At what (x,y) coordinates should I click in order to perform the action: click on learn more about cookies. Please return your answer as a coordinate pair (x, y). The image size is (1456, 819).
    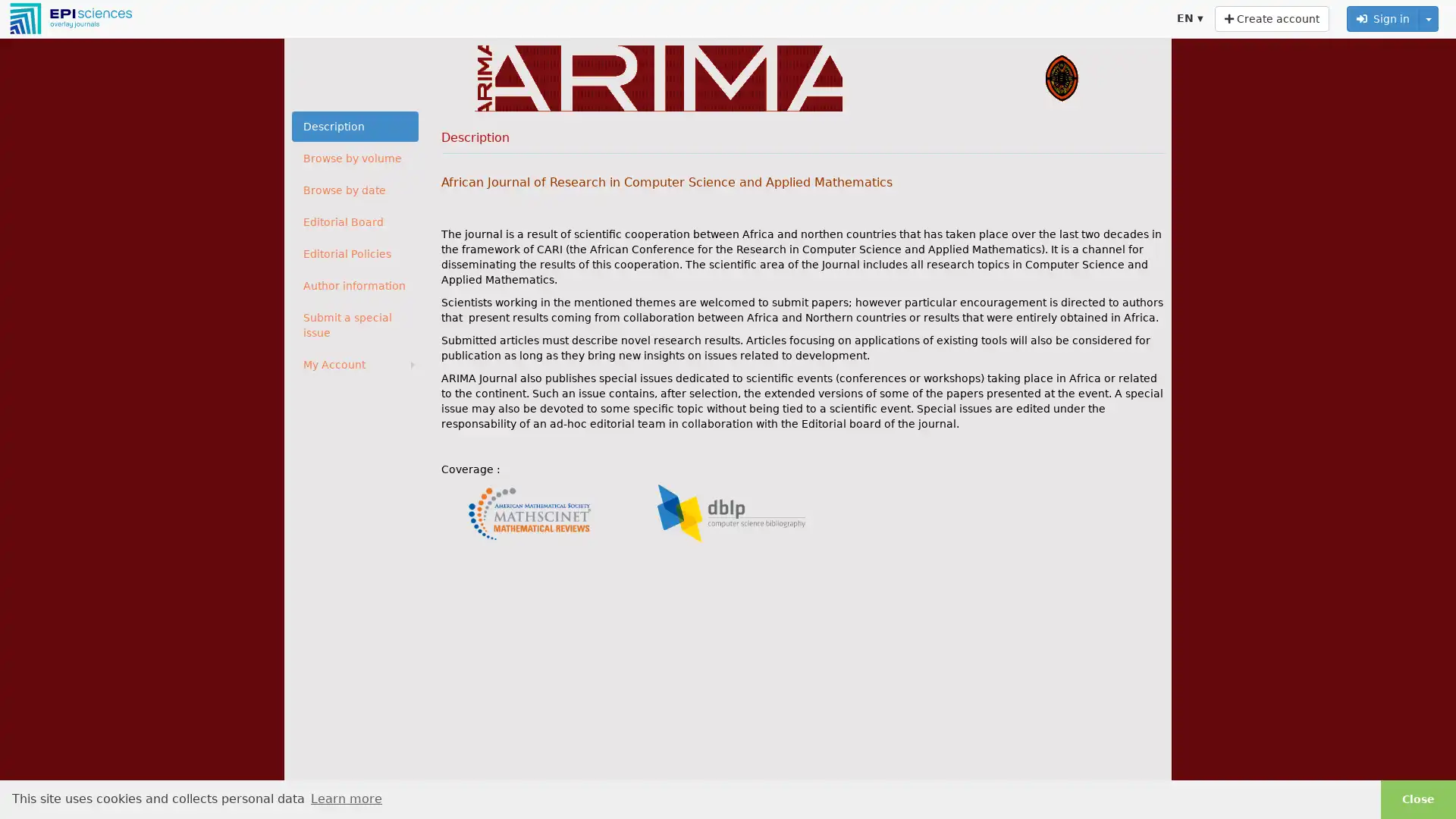
    Looking at the image, I should click on (345, 798).